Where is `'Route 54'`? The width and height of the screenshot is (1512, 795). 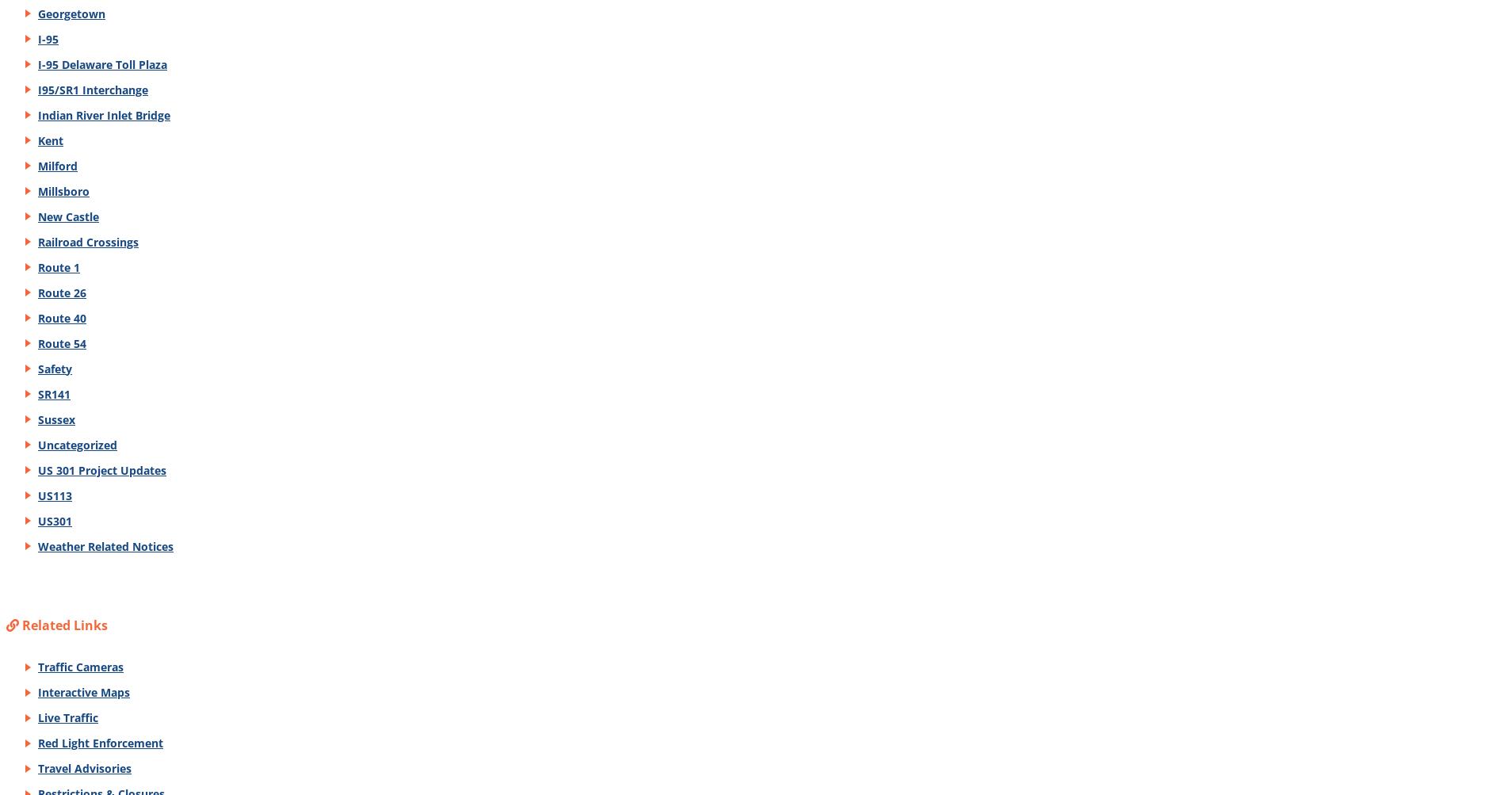 'Route 54' is located at coordinates (61, 342).